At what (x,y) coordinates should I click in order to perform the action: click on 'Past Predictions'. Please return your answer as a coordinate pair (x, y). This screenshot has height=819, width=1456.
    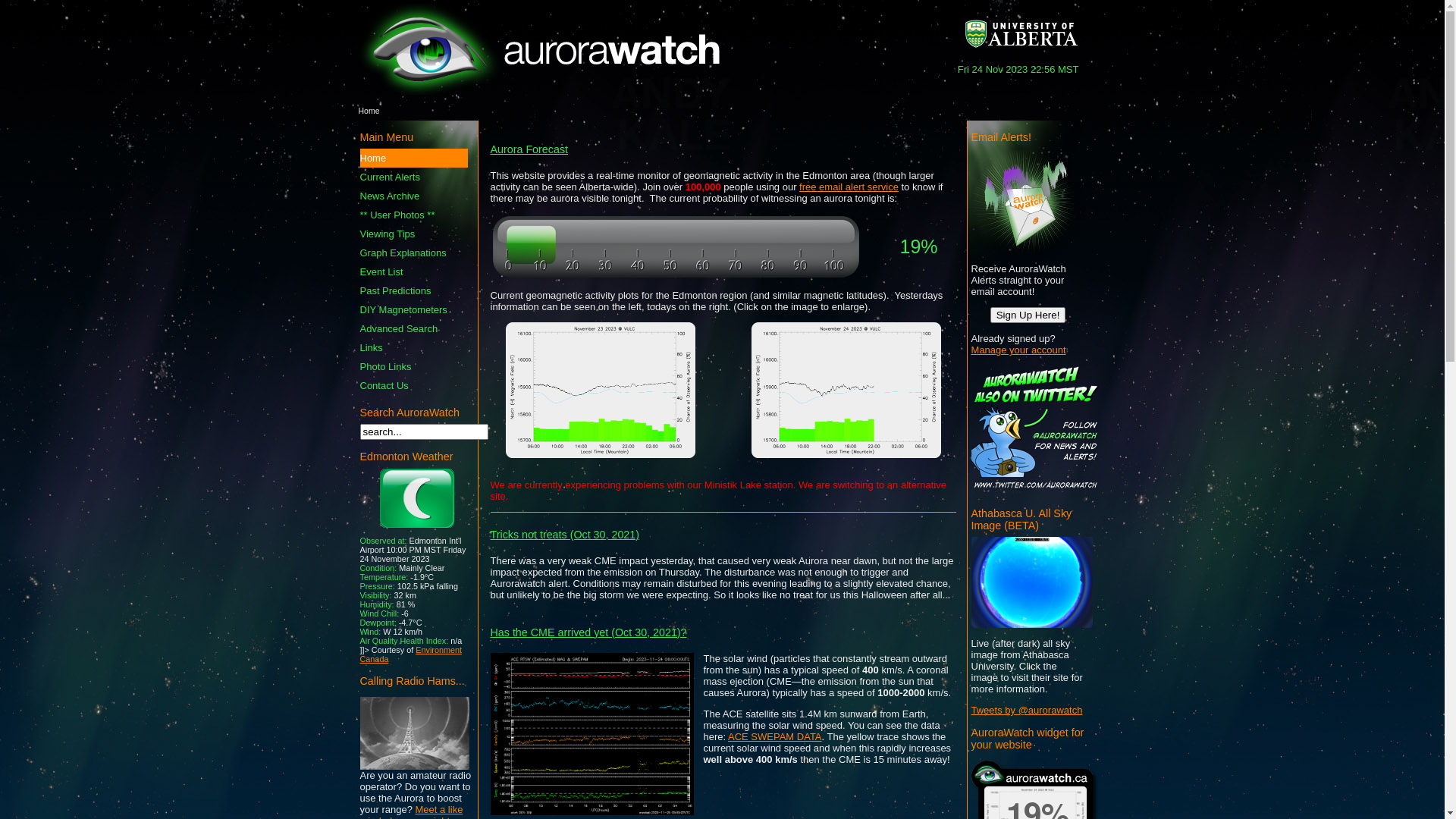
    Looking at the image, I should click on (413, 290).